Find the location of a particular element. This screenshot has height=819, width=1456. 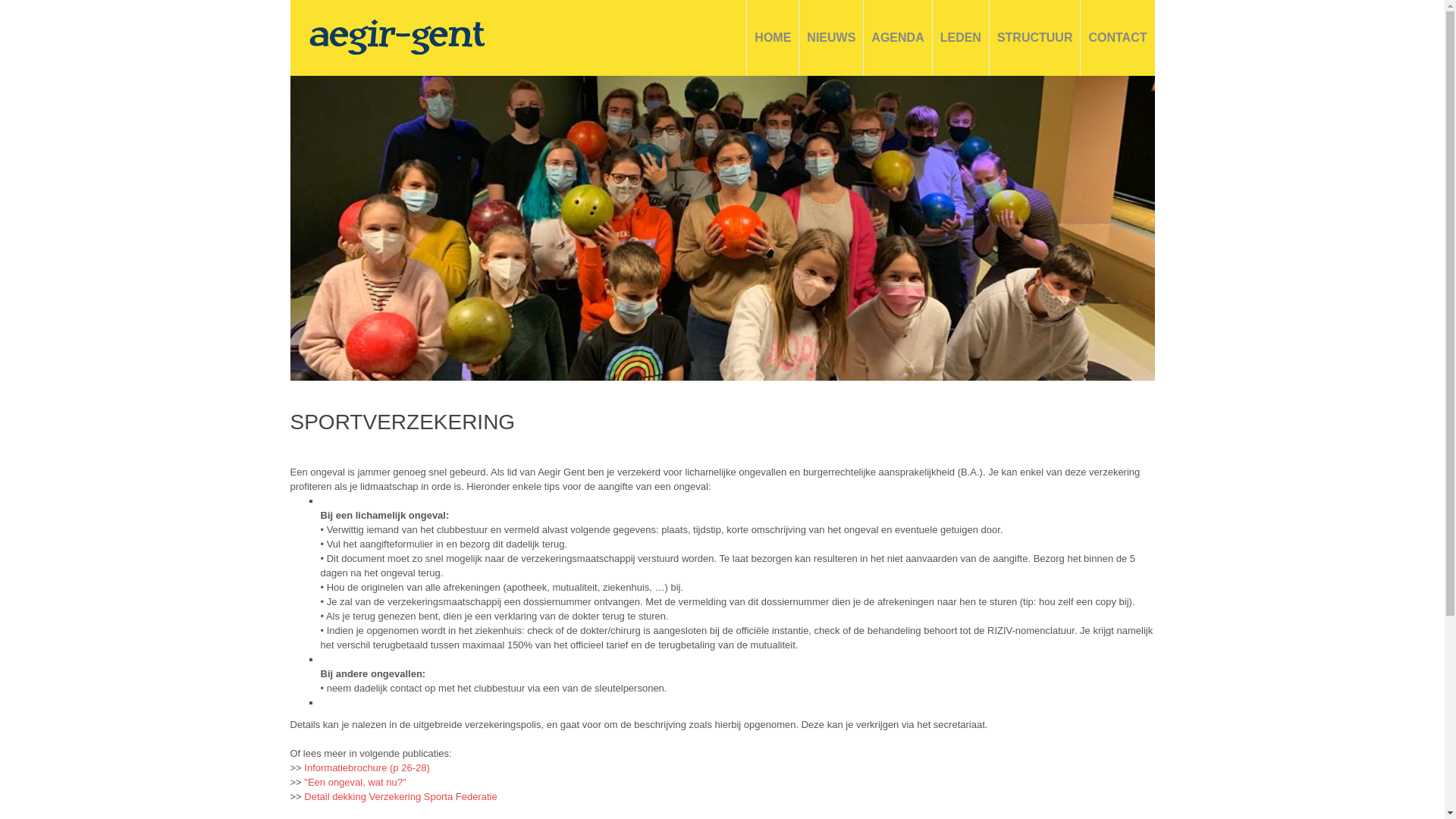

'NIEUWS' is located at coordinates (830, 37).